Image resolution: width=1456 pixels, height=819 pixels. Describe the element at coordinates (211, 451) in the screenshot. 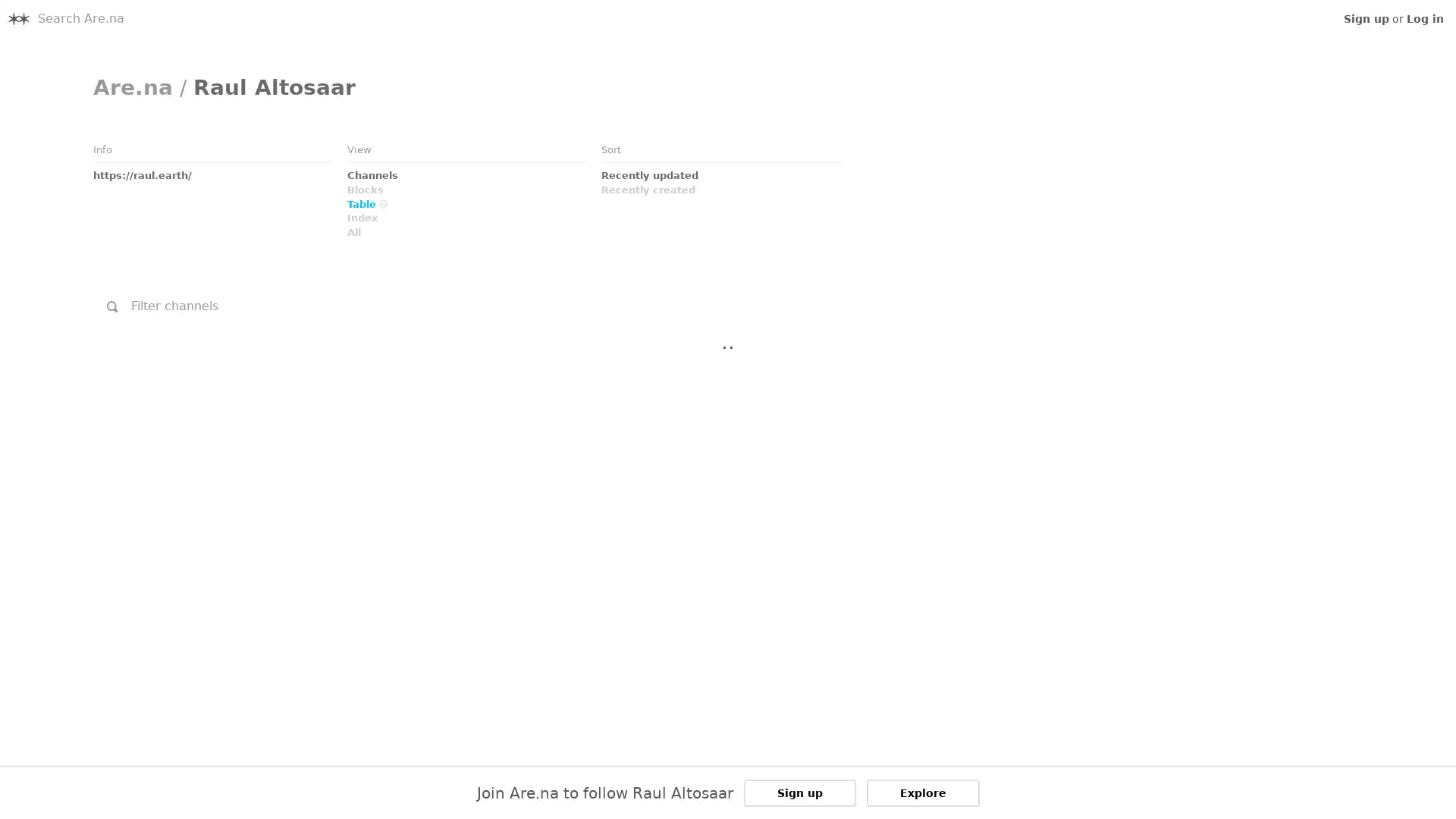

I see `Link to Channel: undefined` at that location.